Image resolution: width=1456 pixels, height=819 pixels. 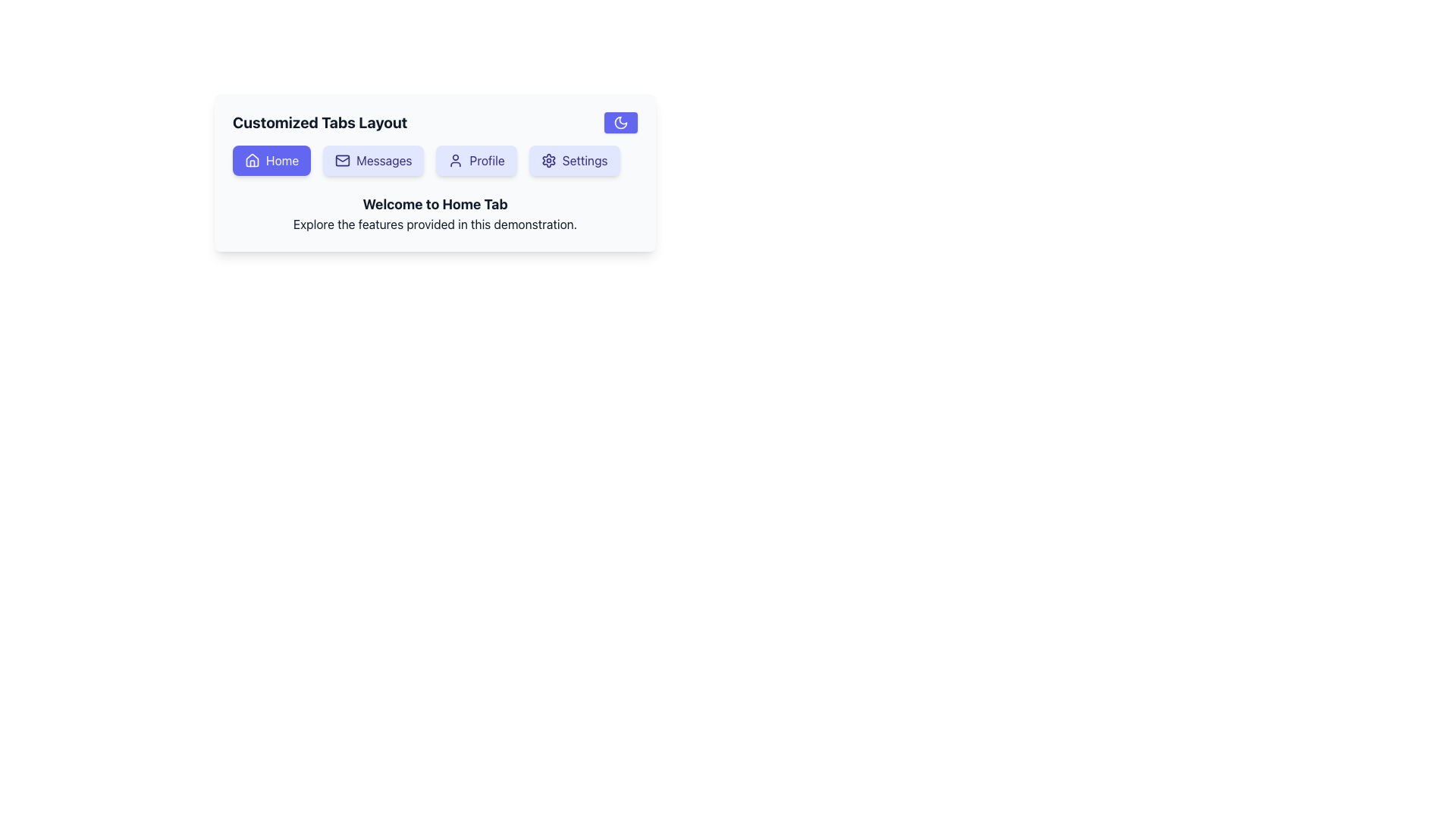 What do you see at coordinates (342, 161) in the screenshot?
I see `the graphic icon within the Messages button` at bounding box center [342, 161].